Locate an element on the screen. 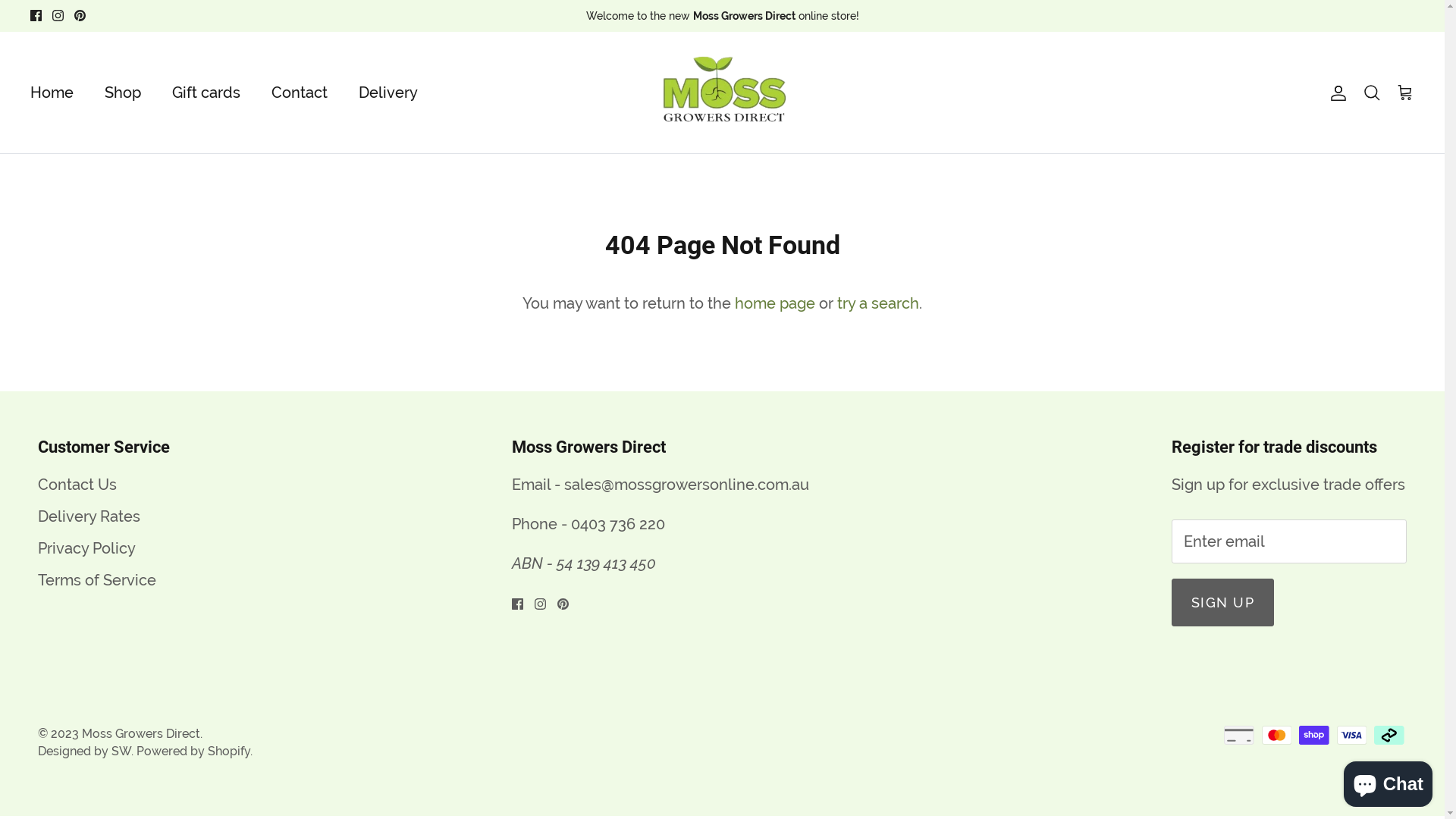 The image size is (1456, 819). '0403 736 220' is located at coordinates (617, 522).